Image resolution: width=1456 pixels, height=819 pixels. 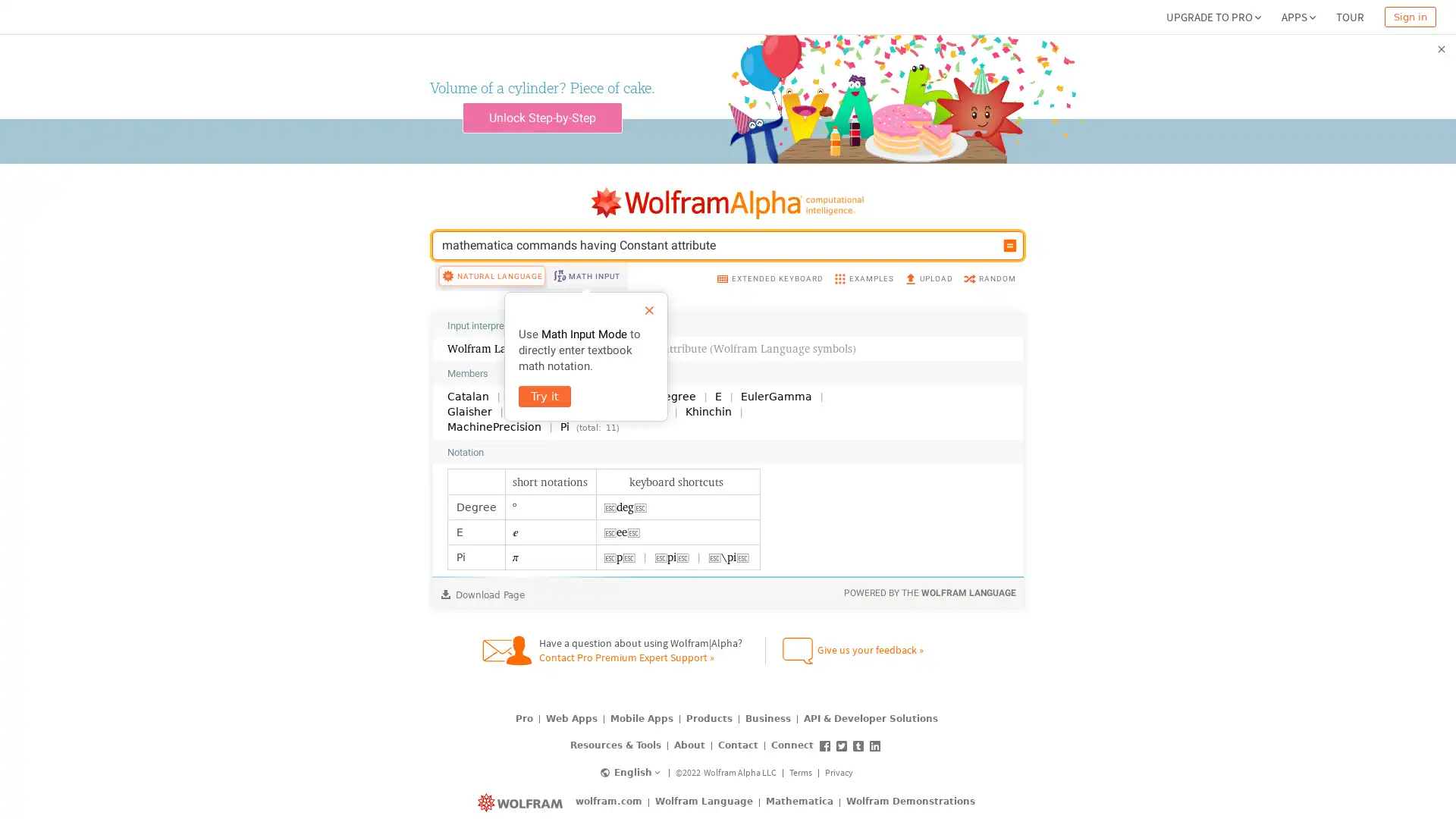 I want to click on EXTENDED KEYBOARD, so click(x=769, y=307).